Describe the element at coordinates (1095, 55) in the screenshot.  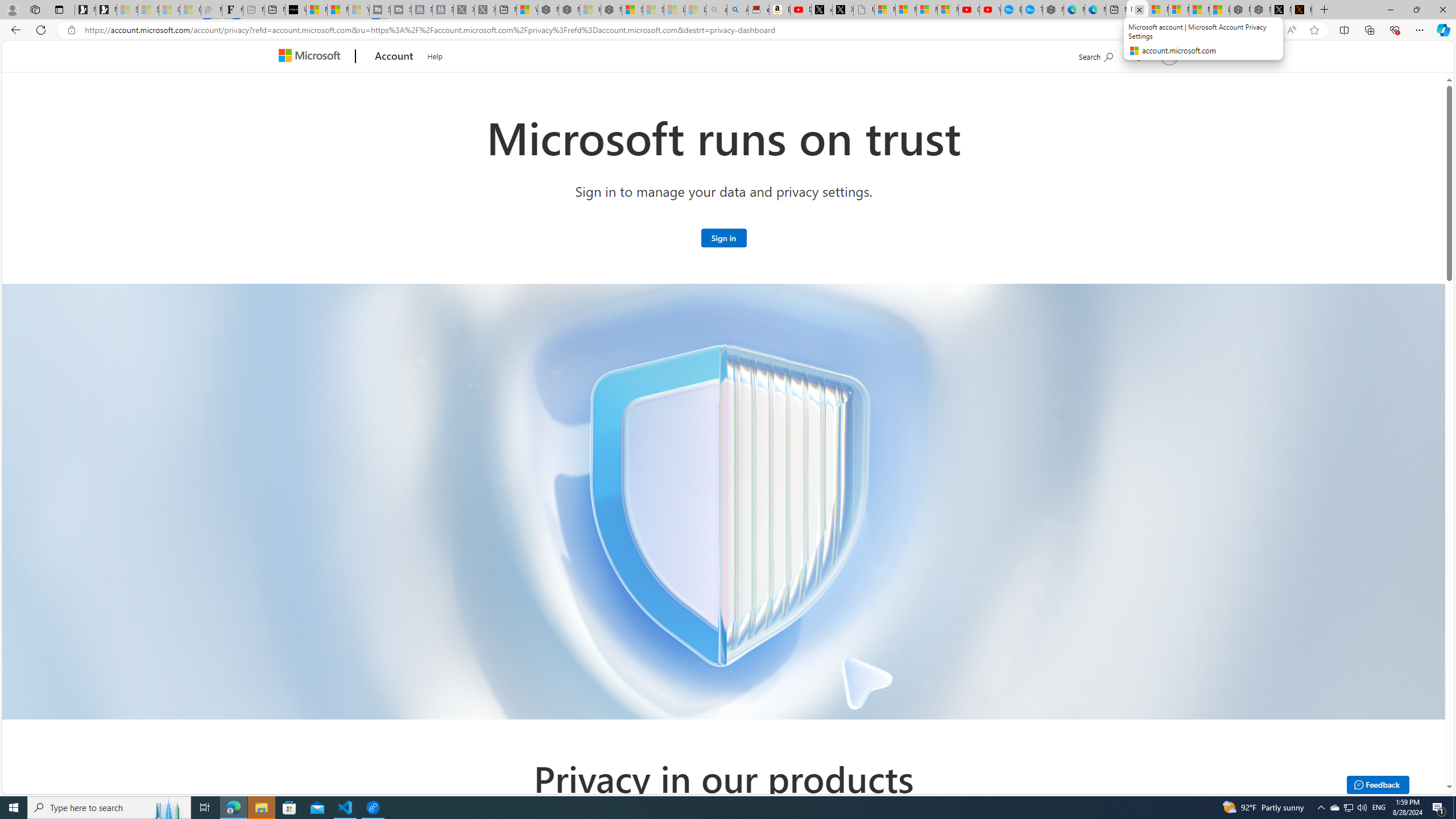
I see `'Search Microsoft.com'` at that location.